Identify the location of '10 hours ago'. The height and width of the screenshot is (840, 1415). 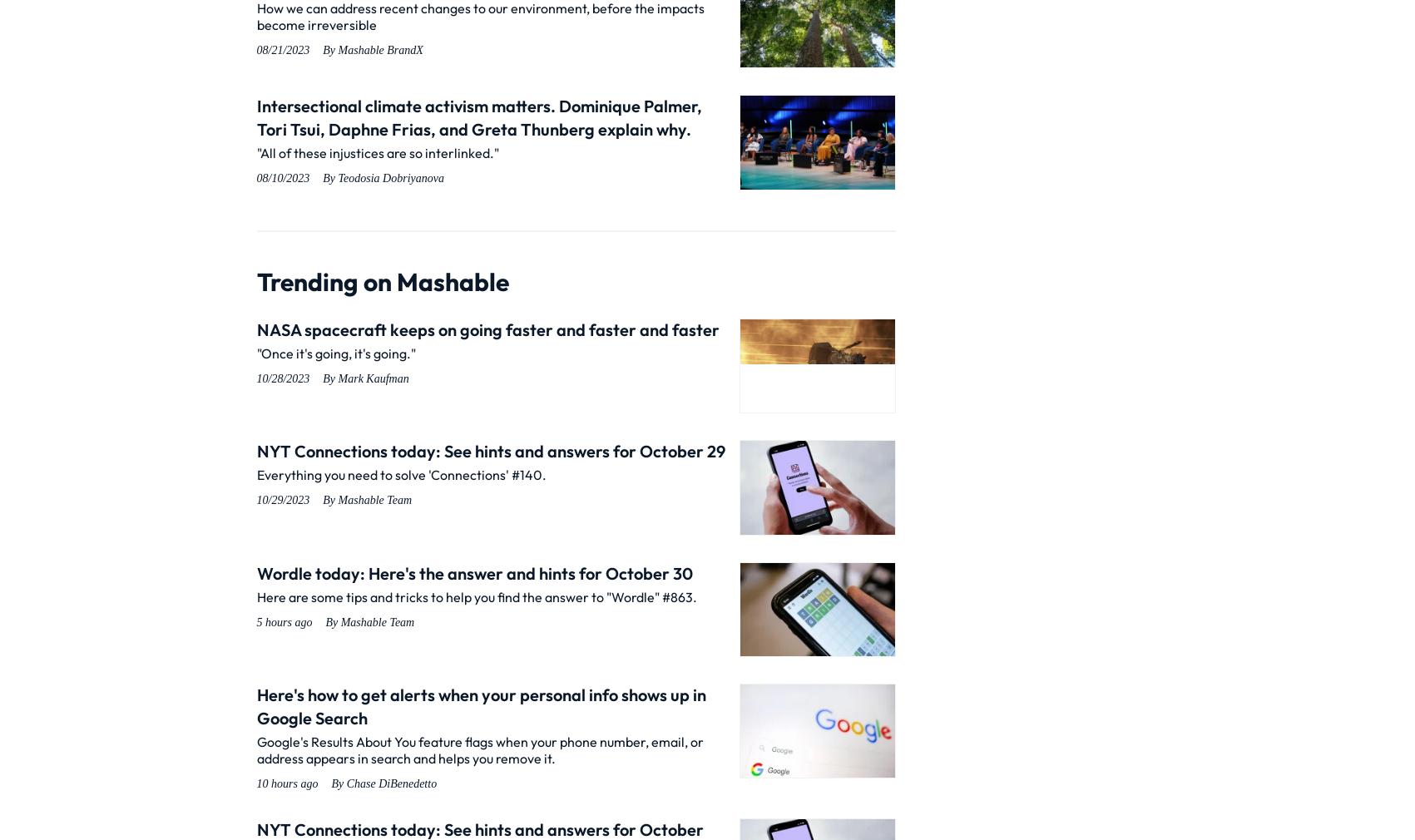
(286, 783).